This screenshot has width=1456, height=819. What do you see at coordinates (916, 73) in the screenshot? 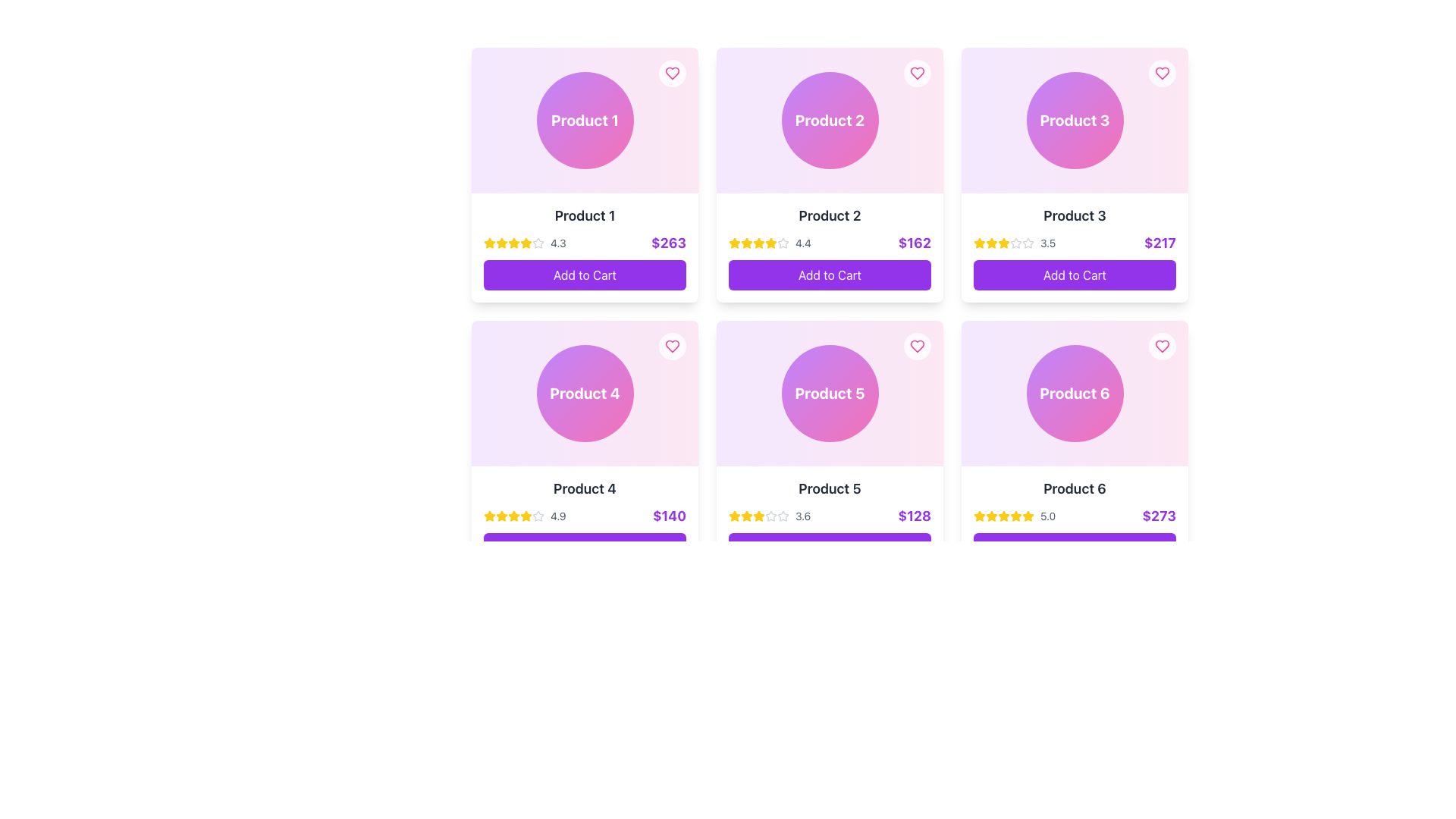
I see `the button in the top-right corner of the 'Product 2' card to observe potential hover effects` at bounding box center [916, 73].